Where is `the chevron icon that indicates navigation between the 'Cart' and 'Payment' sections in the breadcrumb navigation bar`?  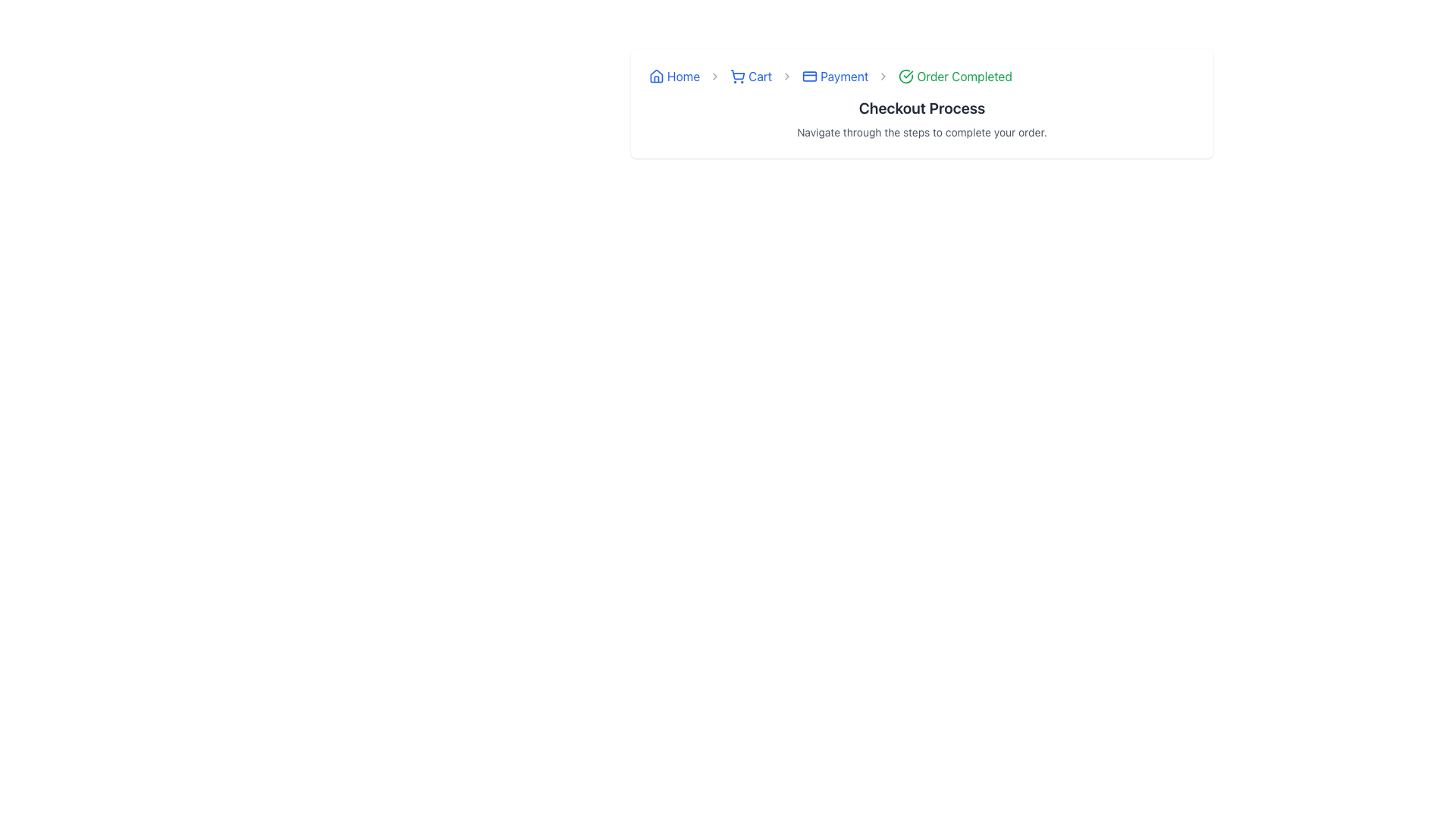
the chevron icon that indicates navigation between the 'Cart' and 'Payment' sections in the breadcrumb navigation bar is located at coordinates (787, 76).